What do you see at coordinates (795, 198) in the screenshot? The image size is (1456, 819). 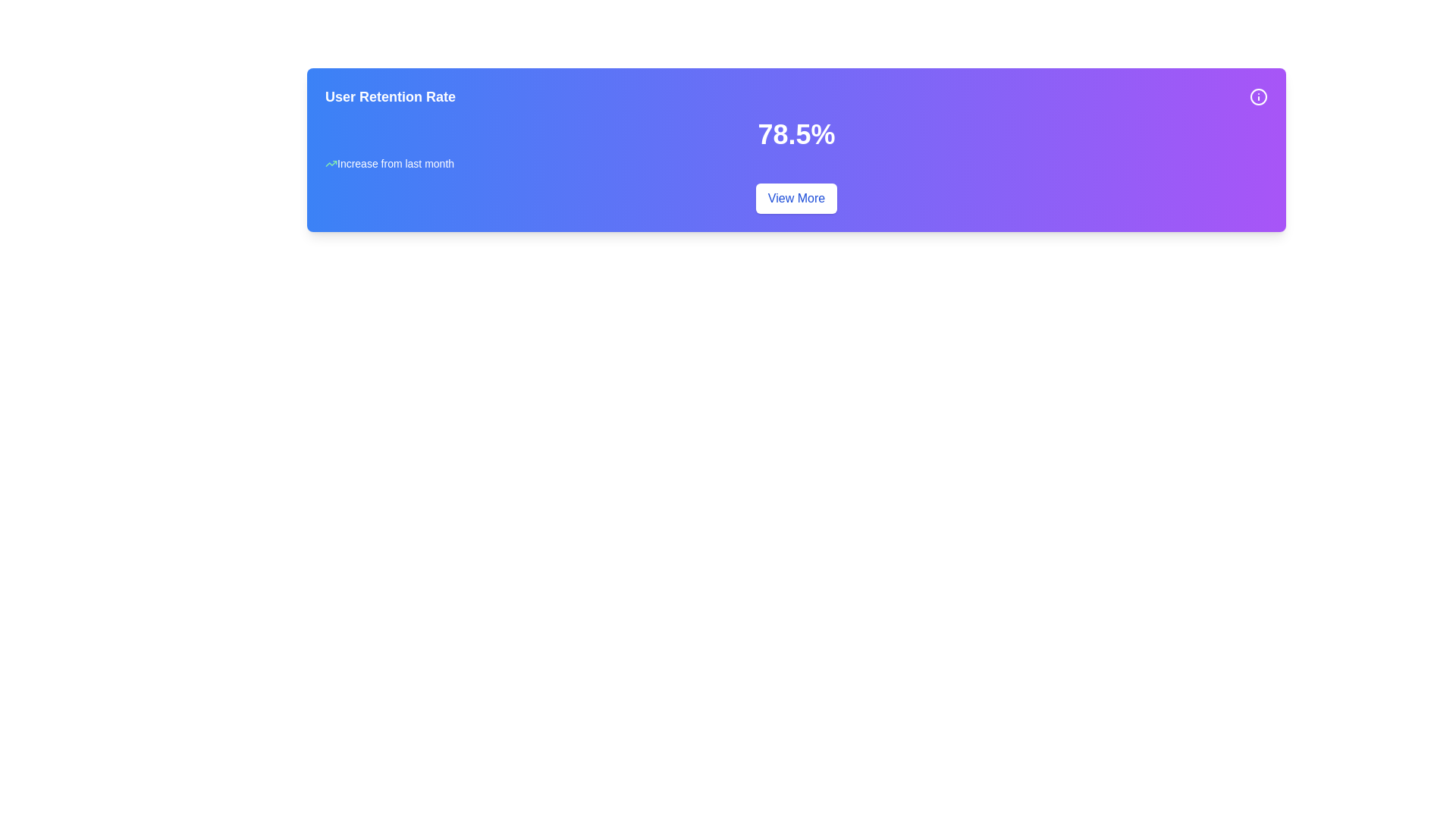 I see `the button located at the bottom center of the card, which is distinguishable by its isolated placement below the text '78.5%'` at bounding box center [795, 198].